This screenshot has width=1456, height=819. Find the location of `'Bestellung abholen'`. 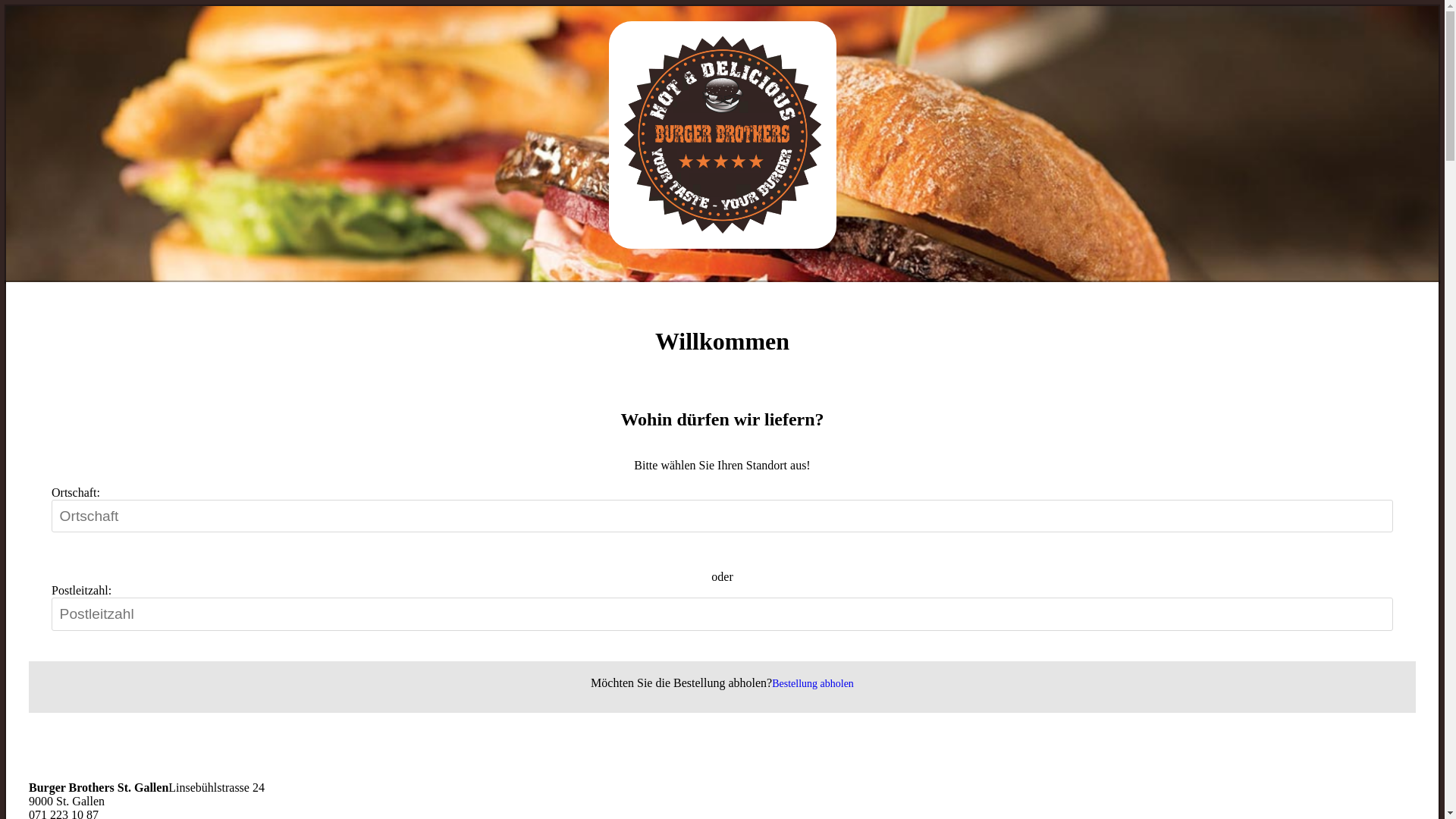

'Bestellung abholen' is located at coordinates (811, 683).